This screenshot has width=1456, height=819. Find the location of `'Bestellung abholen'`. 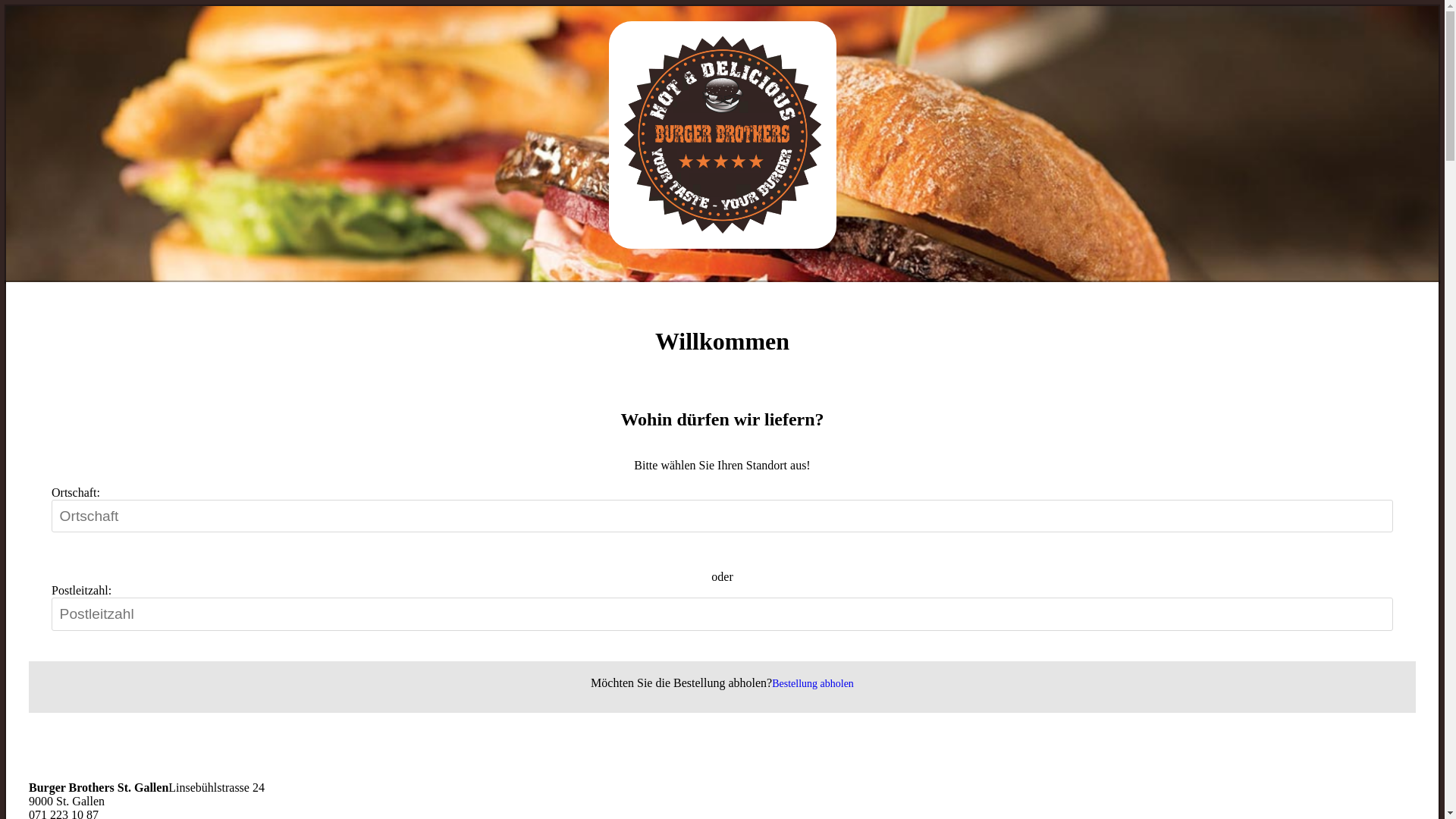

'Bestellung abholen' is located at coordinates (811, 683).